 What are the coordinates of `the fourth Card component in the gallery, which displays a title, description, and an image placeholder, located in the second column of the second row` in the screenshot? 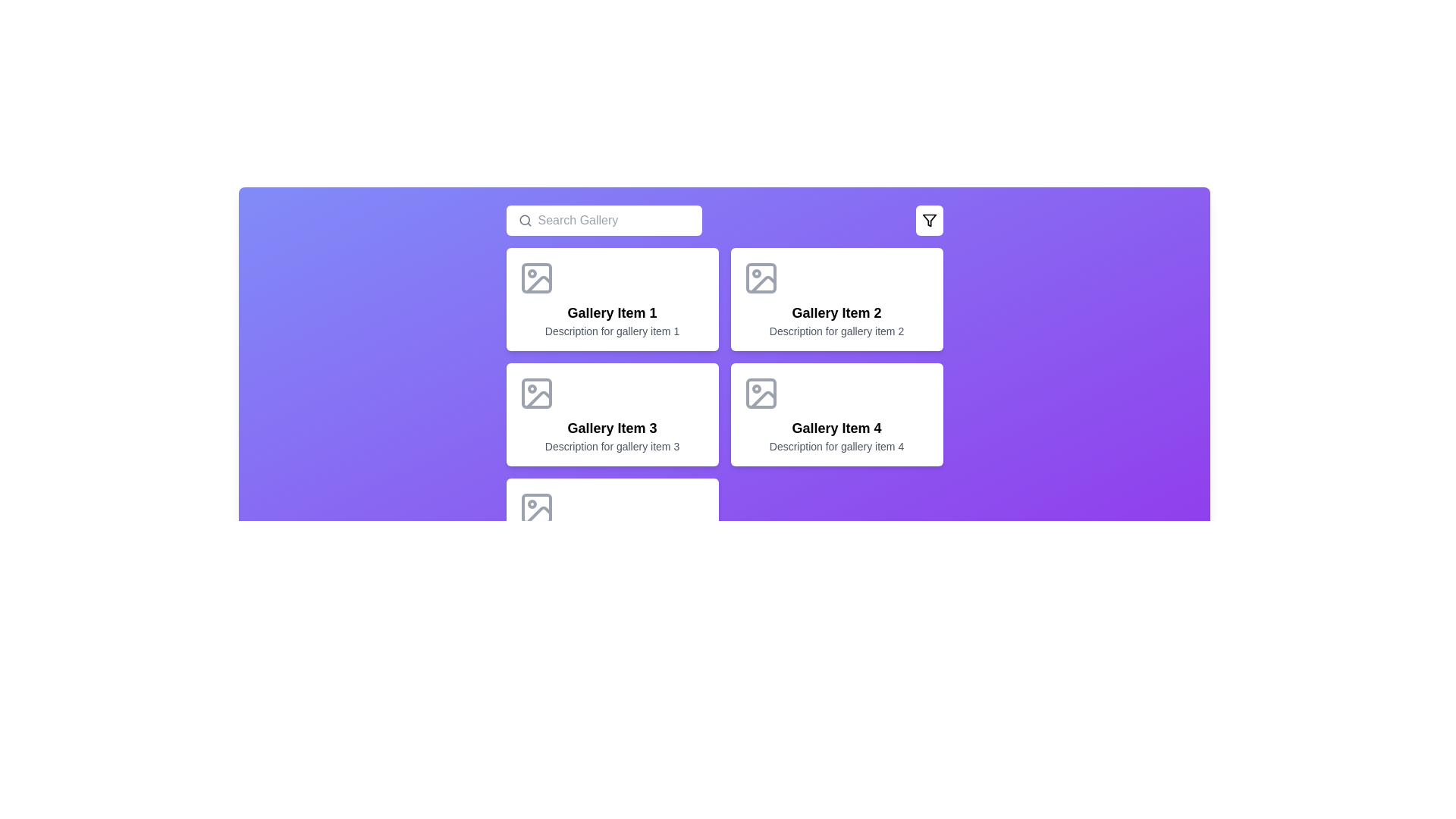 It's located at (836, 415).